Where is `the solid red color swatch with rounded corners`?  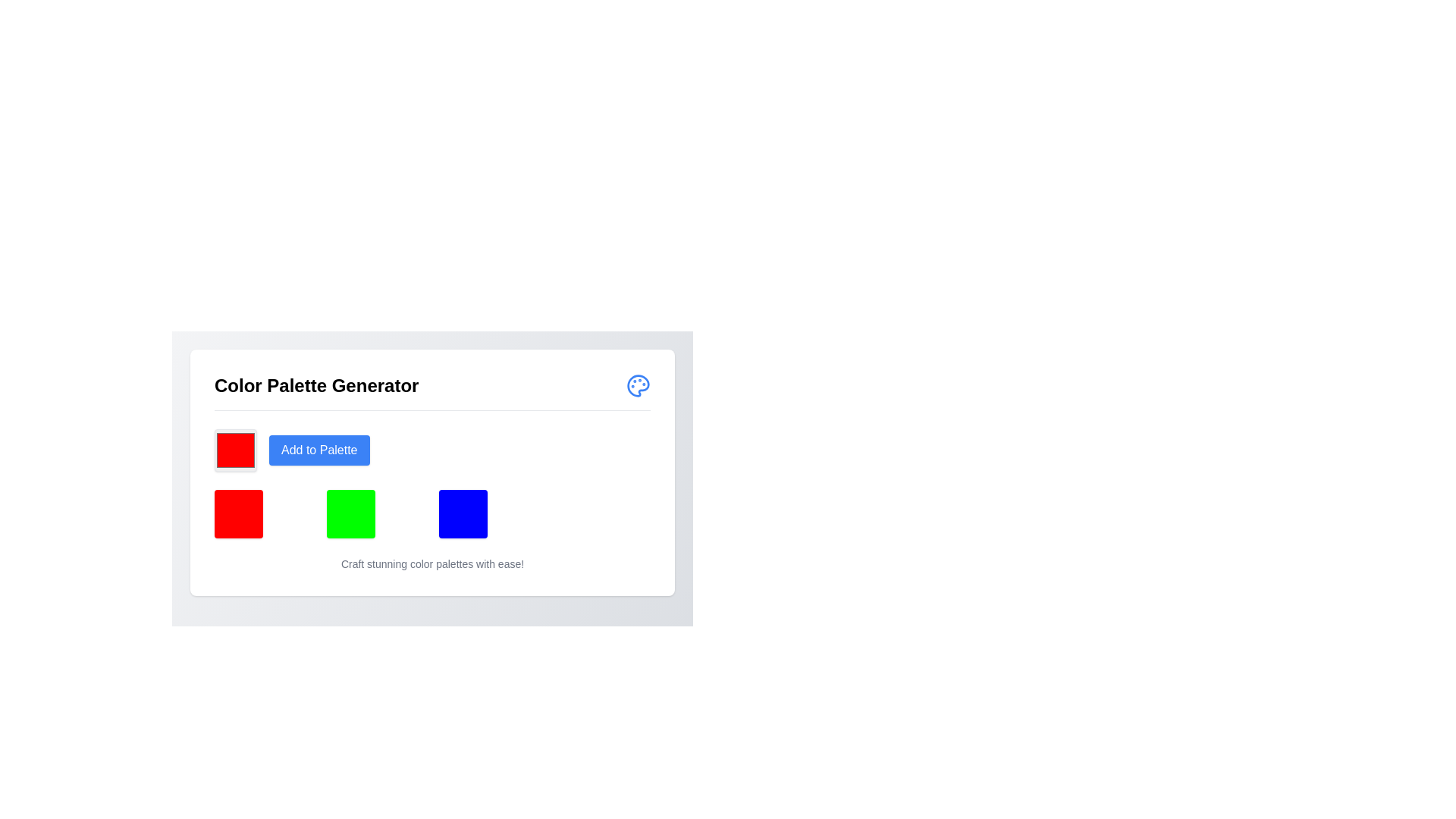
the solid red color swatch with rounded corners is located at coordinates (235, 450).